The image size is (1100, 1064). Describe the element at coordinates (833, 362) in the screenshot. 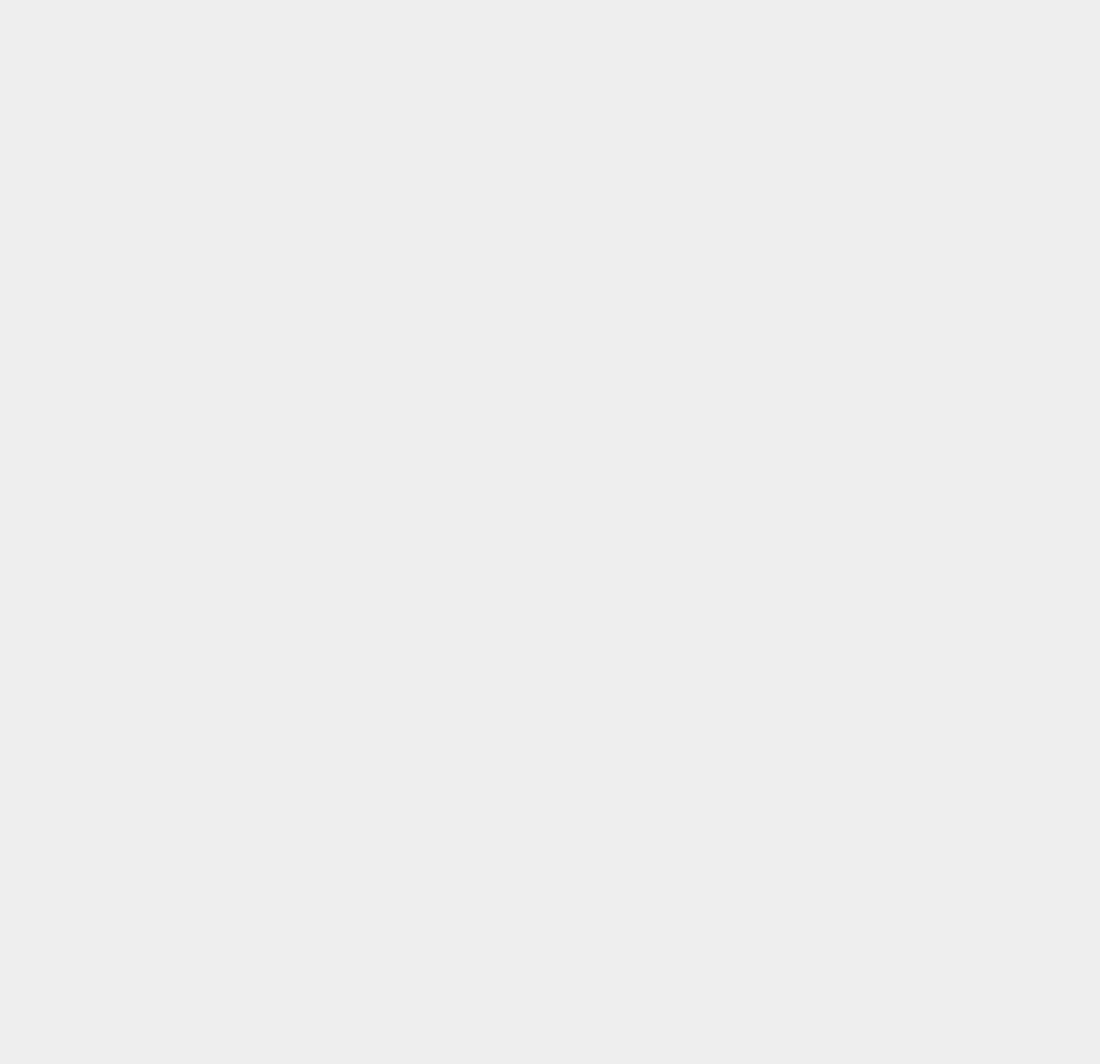

I see `'Social Networking'` at that location.